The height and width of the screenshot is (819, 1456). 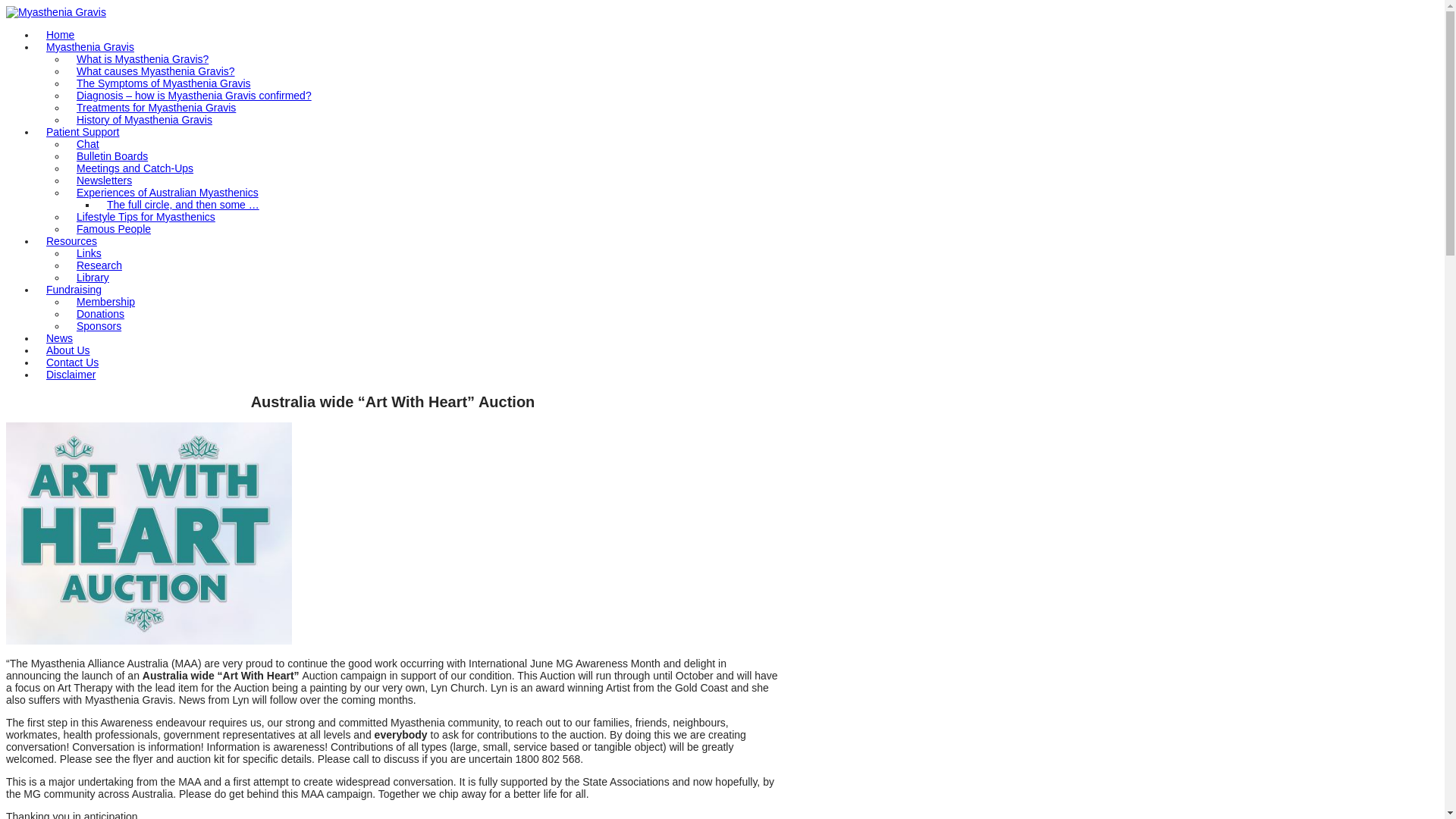 What do you see at coordinates (73, 289) in the screenshot?
I see `'Fundraising'` at bounding box center [73, 289].